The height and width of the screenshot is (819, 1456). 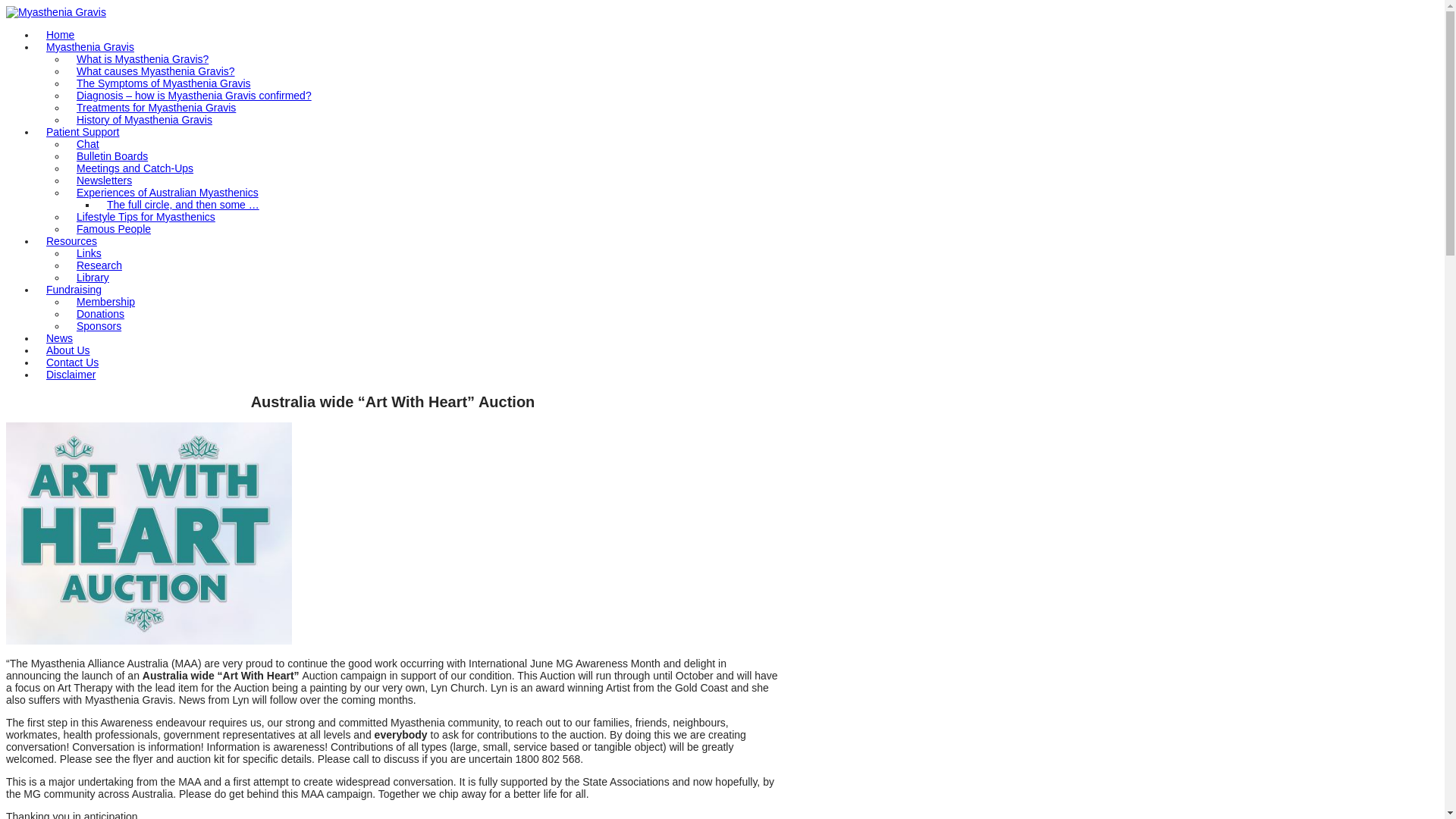 What do you see at coordinates (73, 289) in the screenshot?
I see `'Fundraising'` at bounding box center [73, 289].